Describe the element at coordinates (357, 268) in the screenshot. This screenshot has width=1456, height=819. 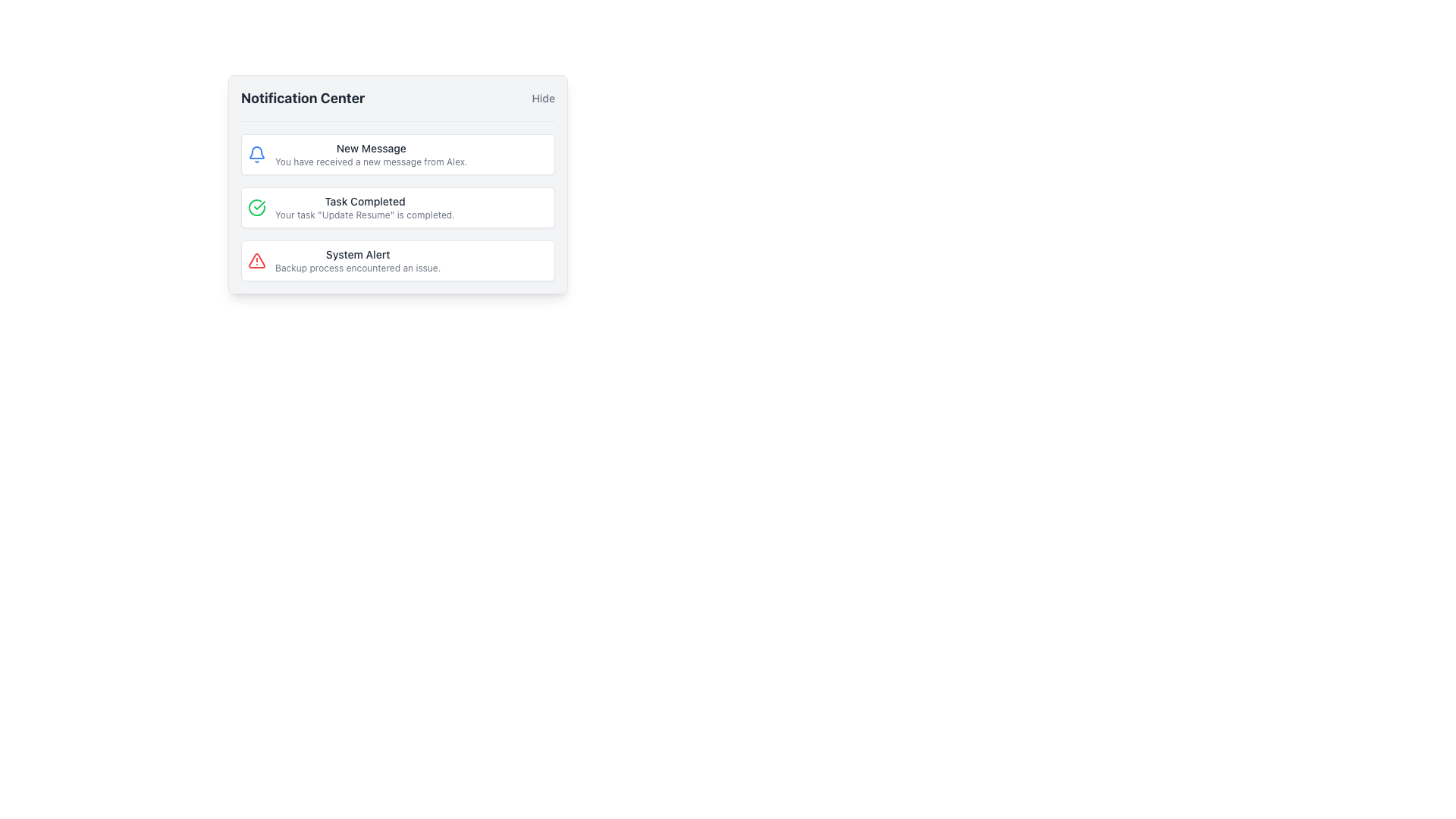
I see `the text element that displays a message detailing an issue encountered during a backup process, located at the bottom of the 'System Alert' notification block` at that location.